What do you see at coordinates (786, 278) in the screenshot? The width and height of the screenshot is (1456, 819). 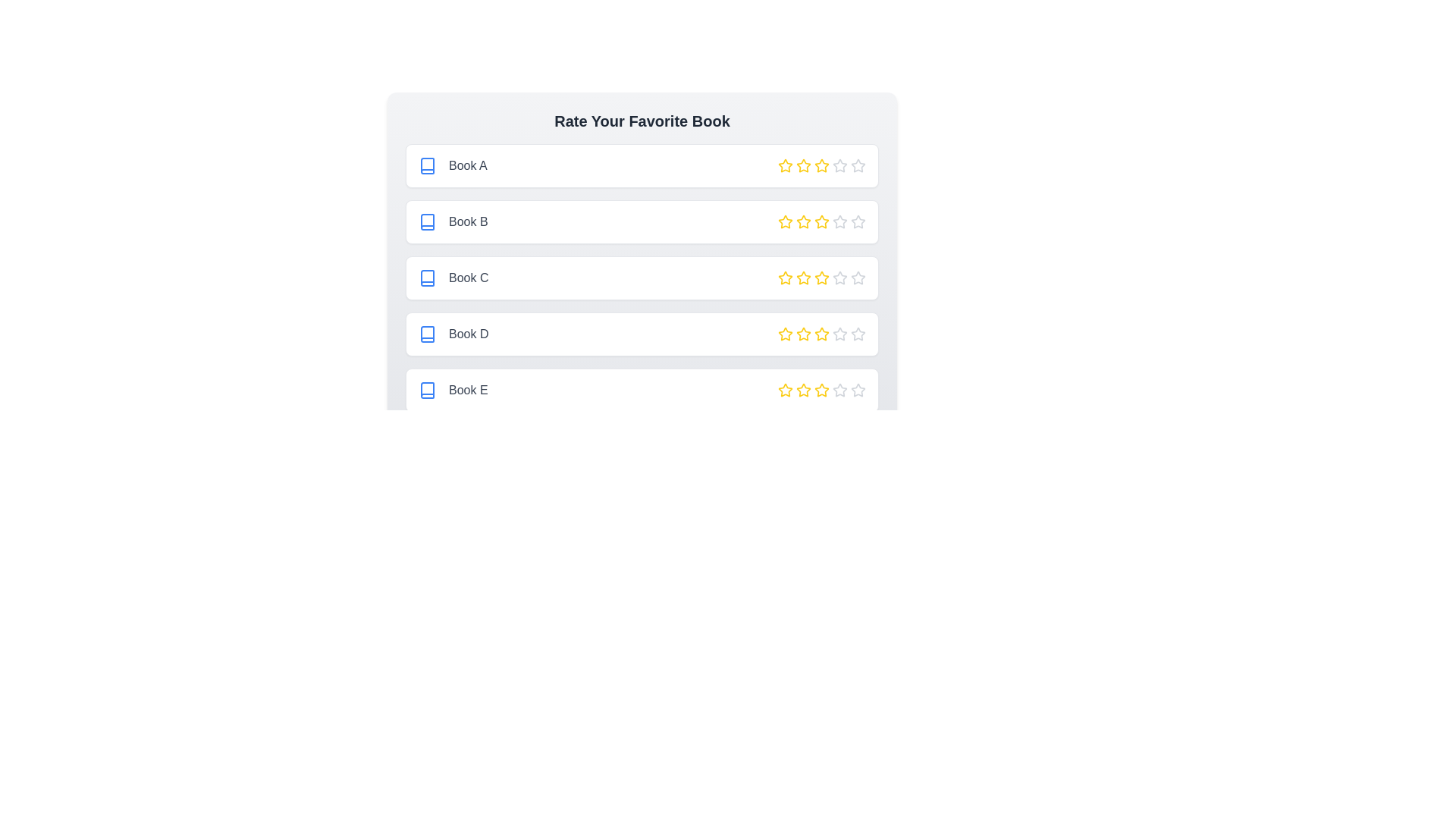 I see `the star corresponding to 1 stars for the book titled Book C` at bounding box center [786, 278].